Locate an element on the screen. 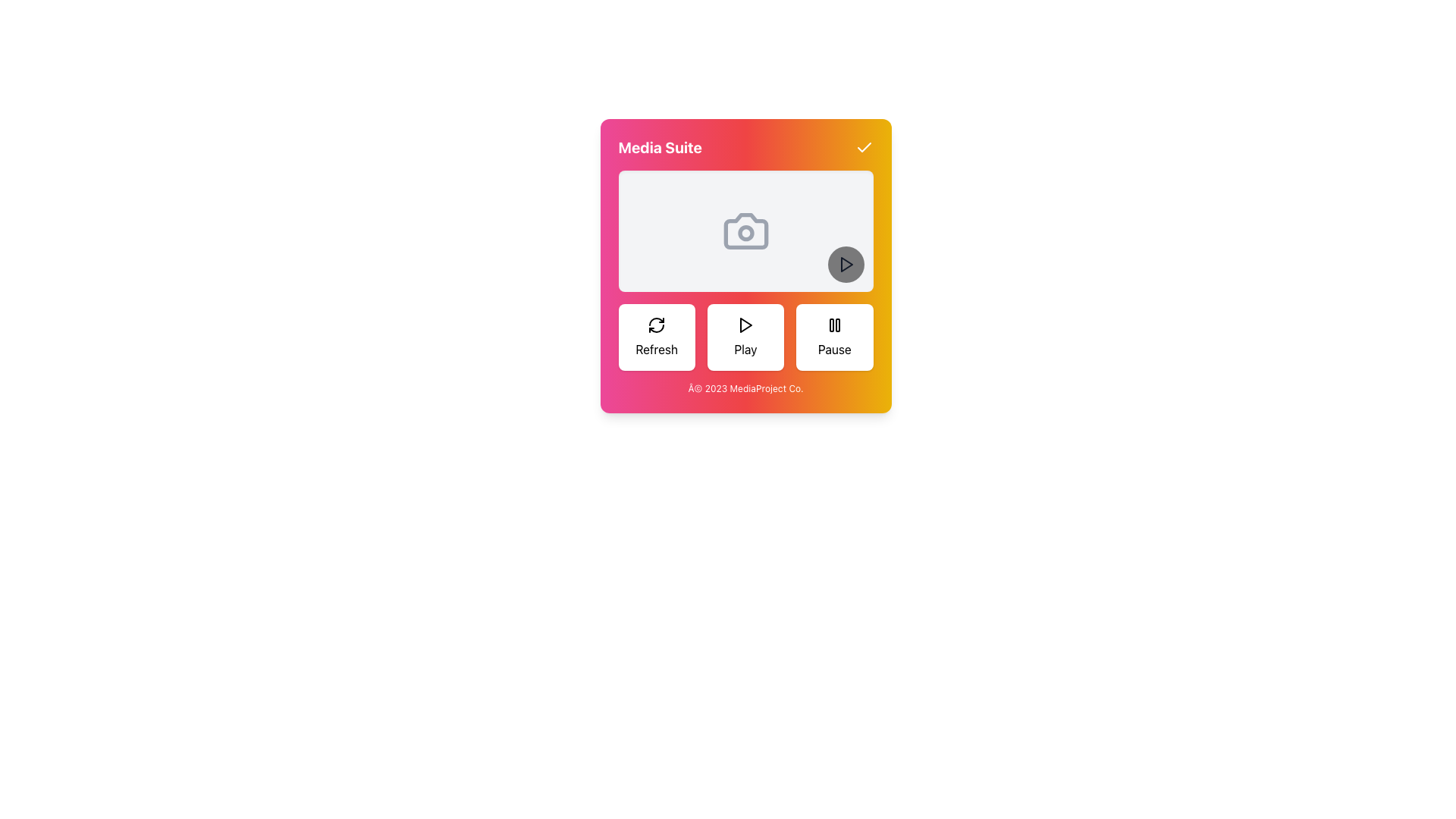  the triangular play icon outlined in black, which is located inside the white rounded button labeled 'Play' in the central panel of the interface is located at coordinates (745, 324).